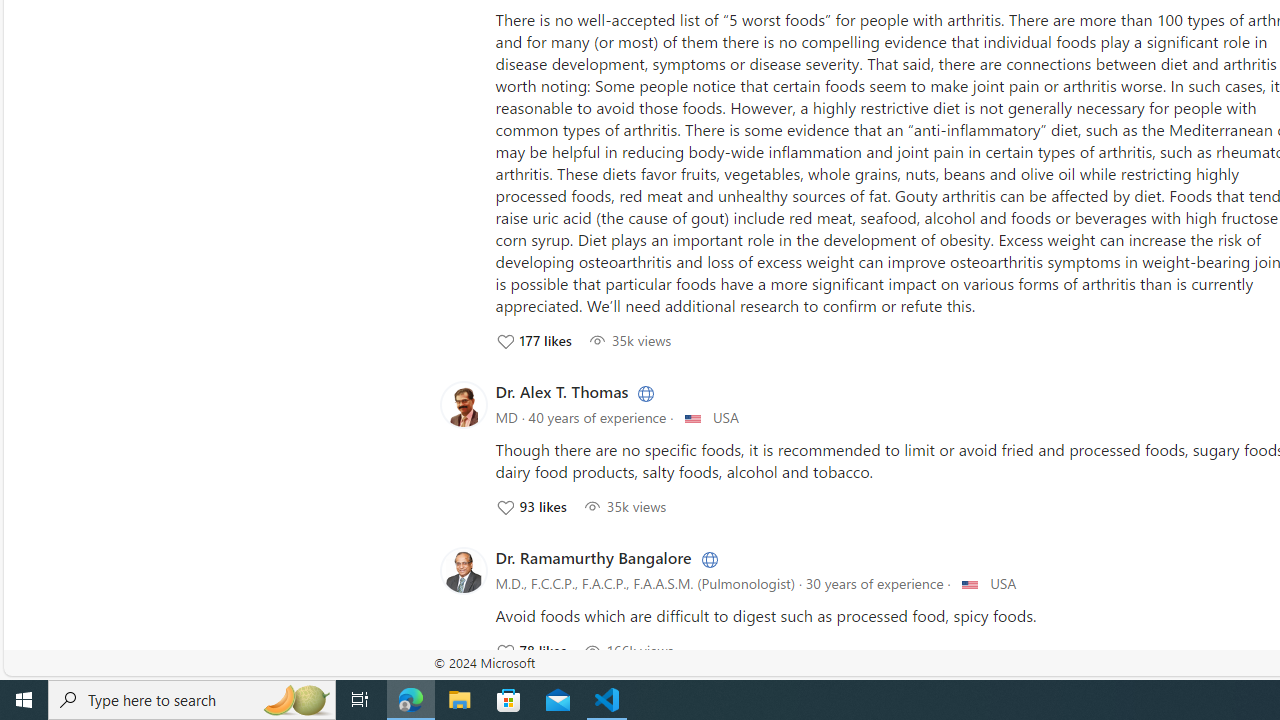  What do you see at coordinates (623, 505) in the screenshot?
I see `'35593 View; Click to View'` at bounding box center [623, 505].